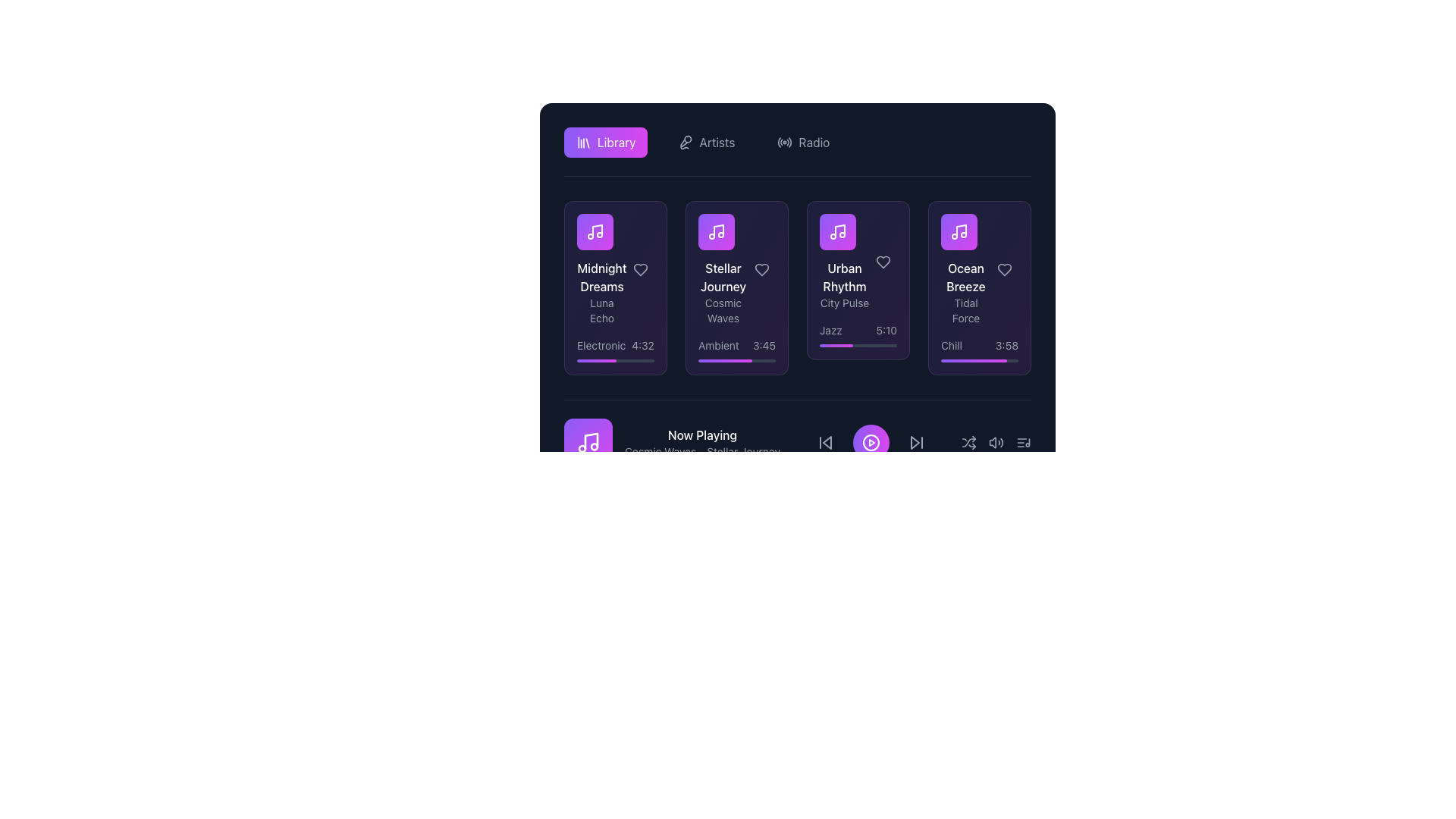  Describe the element at coordinates (796, 450) in the screenshot. I see `the playback progress in the Footer section which displays the currently playing track's title, artist, and playback controls` at that location.